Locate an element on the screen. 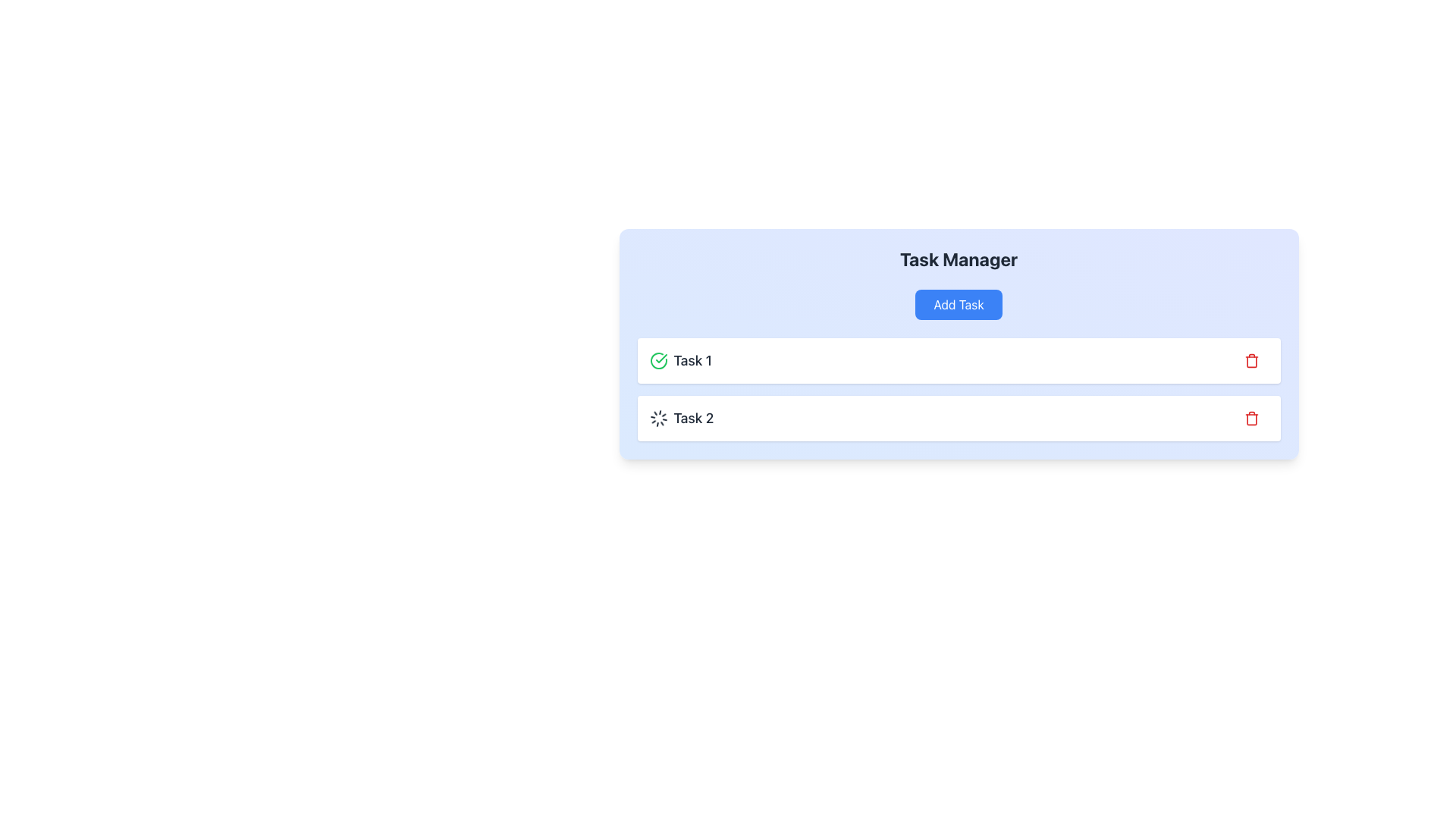  the trash bin icon button is located at coordinates (1251, 419).